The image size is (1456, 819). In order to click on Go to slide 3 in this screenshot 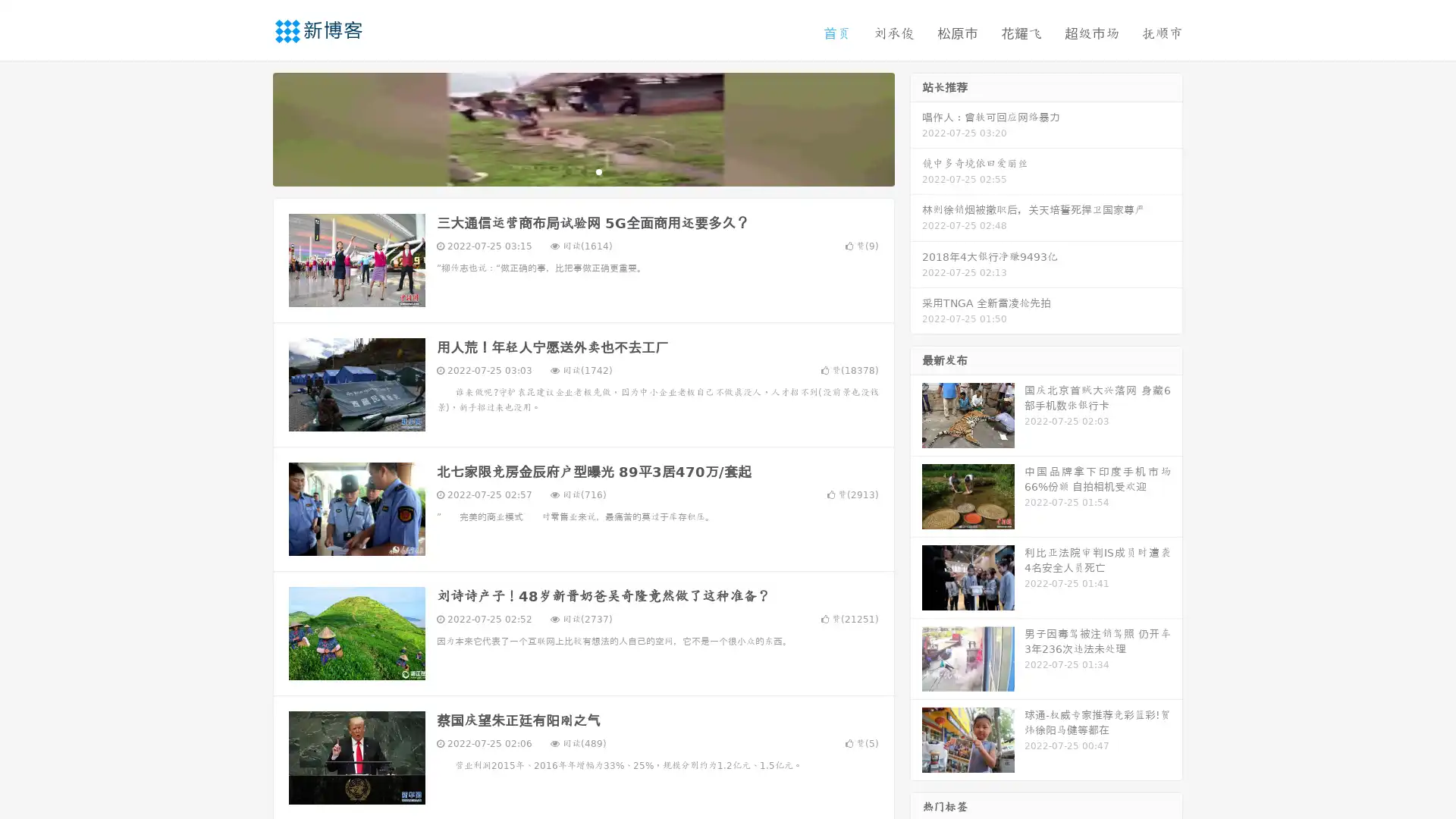, I will do `click(598, 171)`.